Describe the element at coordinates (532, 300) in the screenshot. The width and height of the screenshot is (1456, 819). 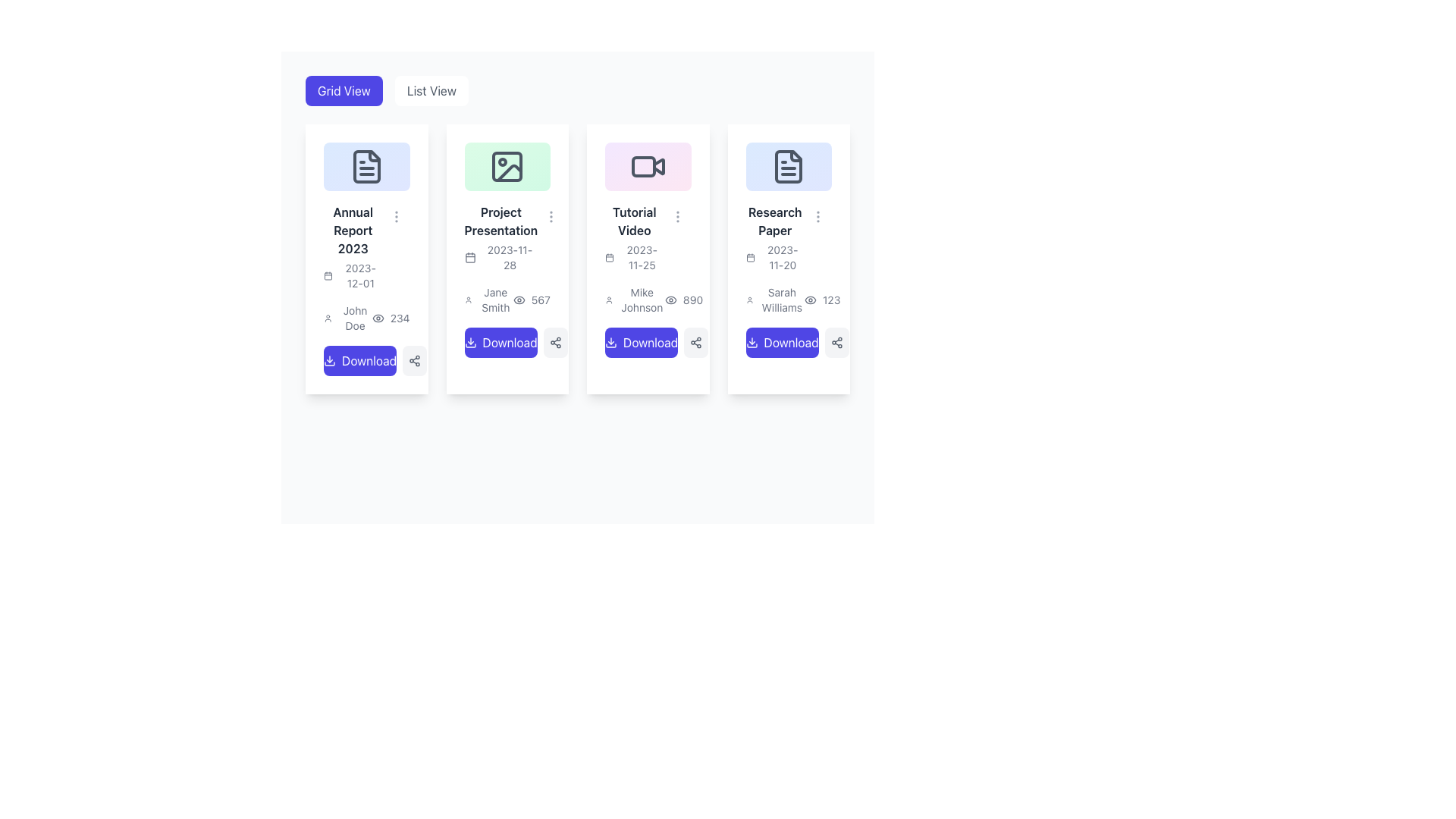
I see `view count displayed in the text label located under the username 'Jane Smith' within the 'Project Presentation' card, specifically in the metadata section to the right of the eye icon` at that location.